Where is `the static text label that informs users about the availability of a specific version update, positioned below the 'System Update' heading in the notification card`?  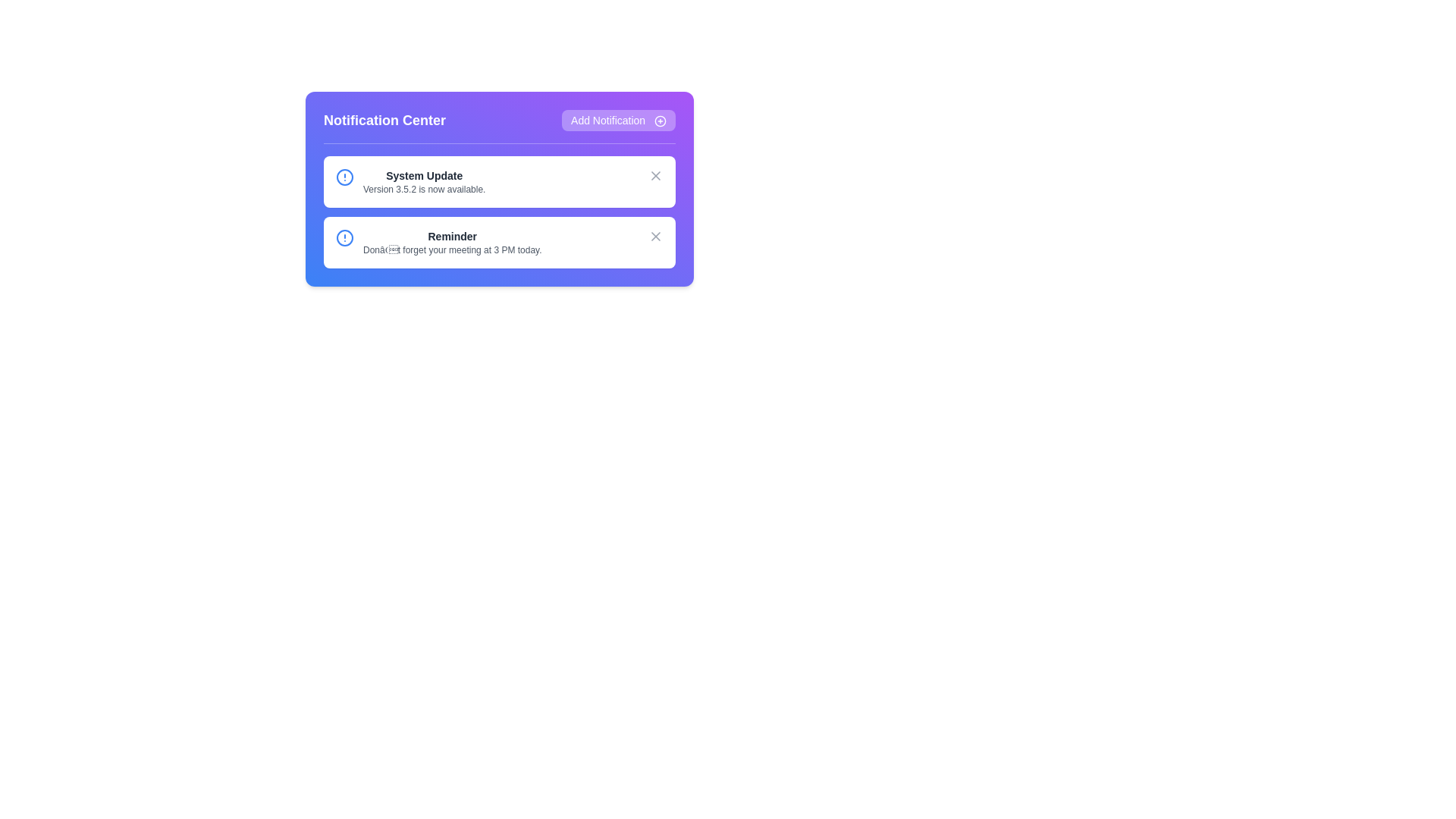 the static text label that informs users about the availability of a specific version update, positioned below the 'System Update' heading in the notification card is located at coordinates (424, 189).